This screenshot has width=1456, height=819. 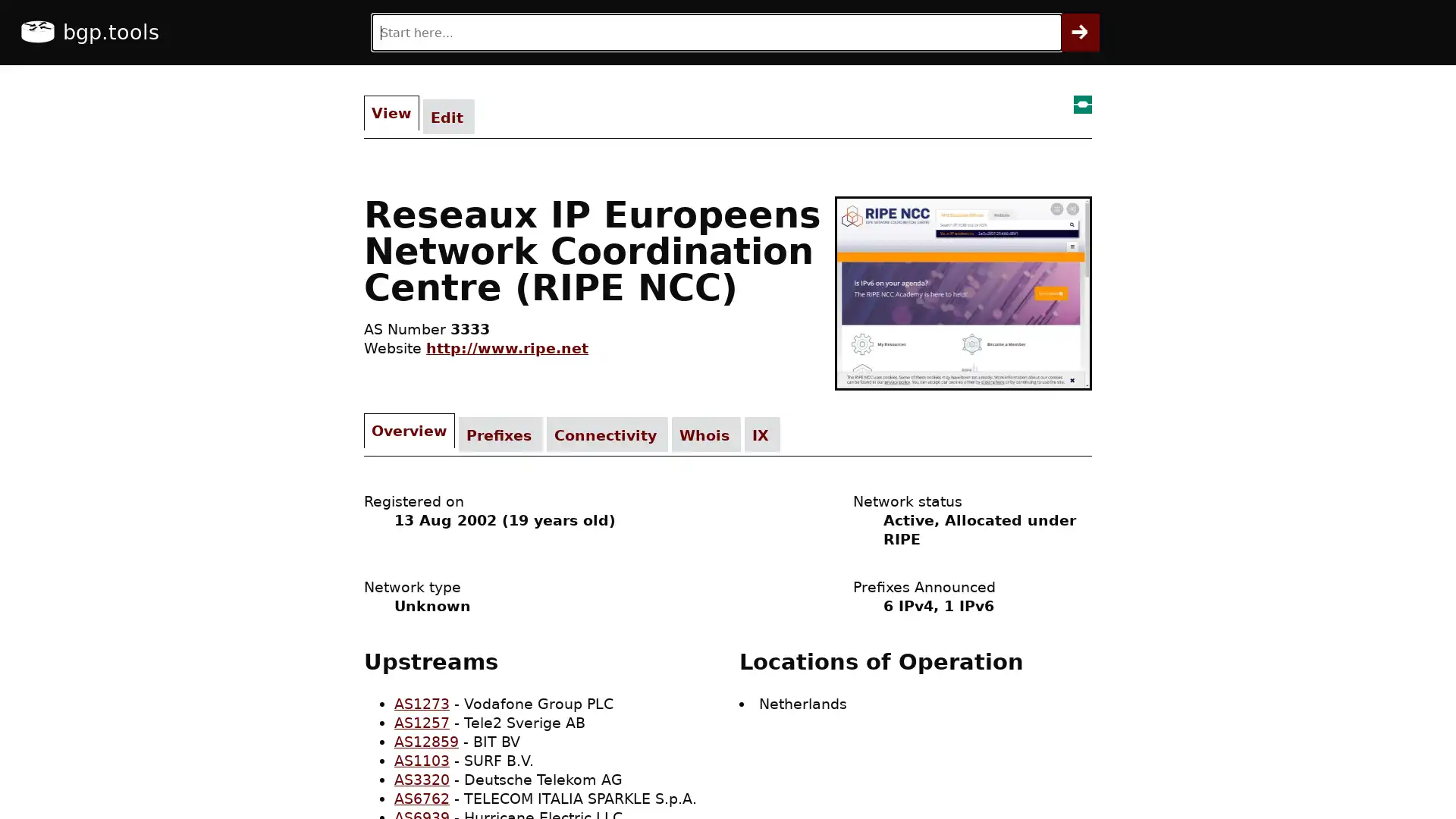 What do you see at coordinates (1080, 32) in the screenshot?
I see `Search` at bounding box center [1080, 32].